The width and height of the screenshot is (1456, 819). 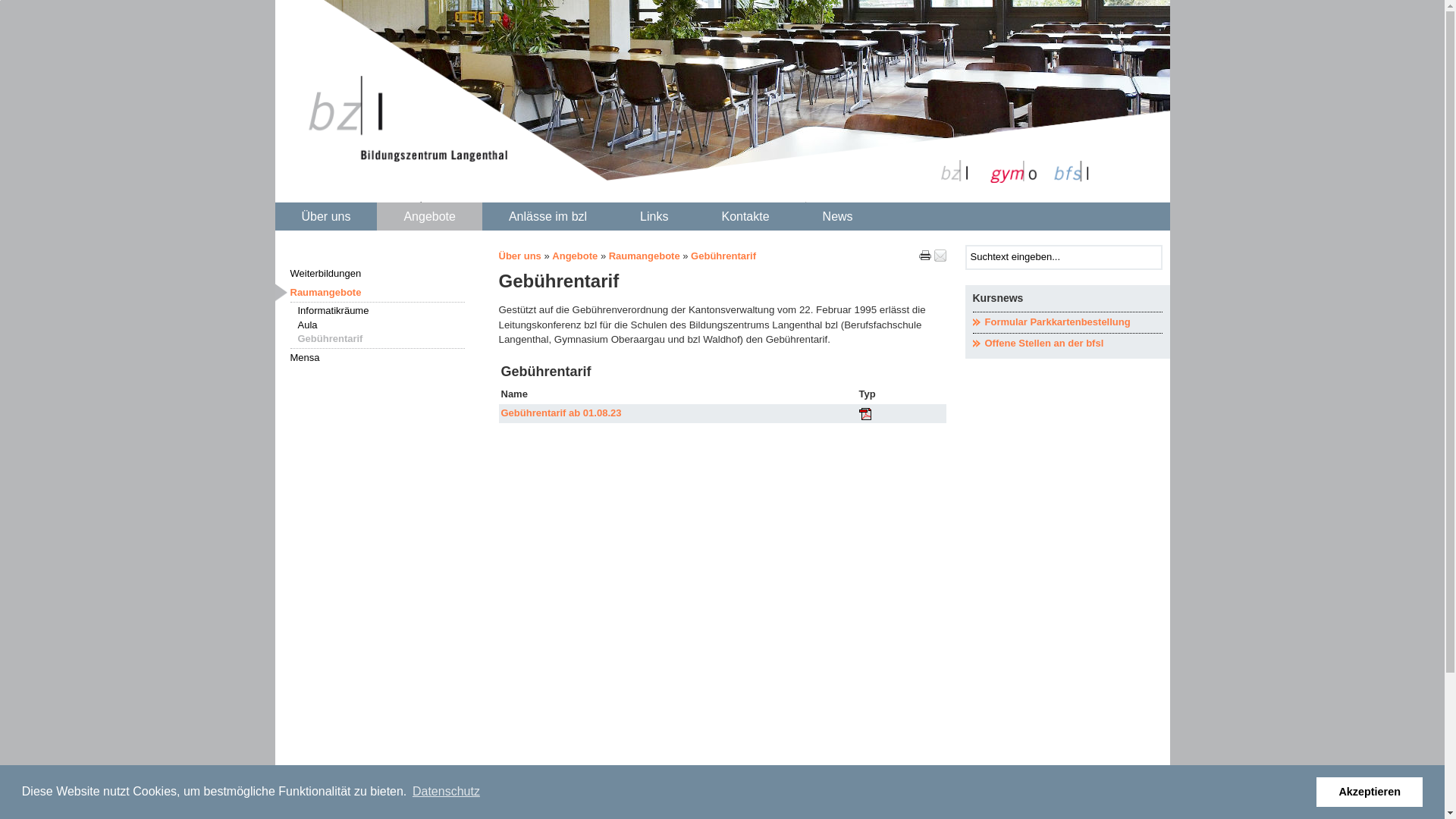 I want to click on 'Angebote', so click(x=428, y=217).